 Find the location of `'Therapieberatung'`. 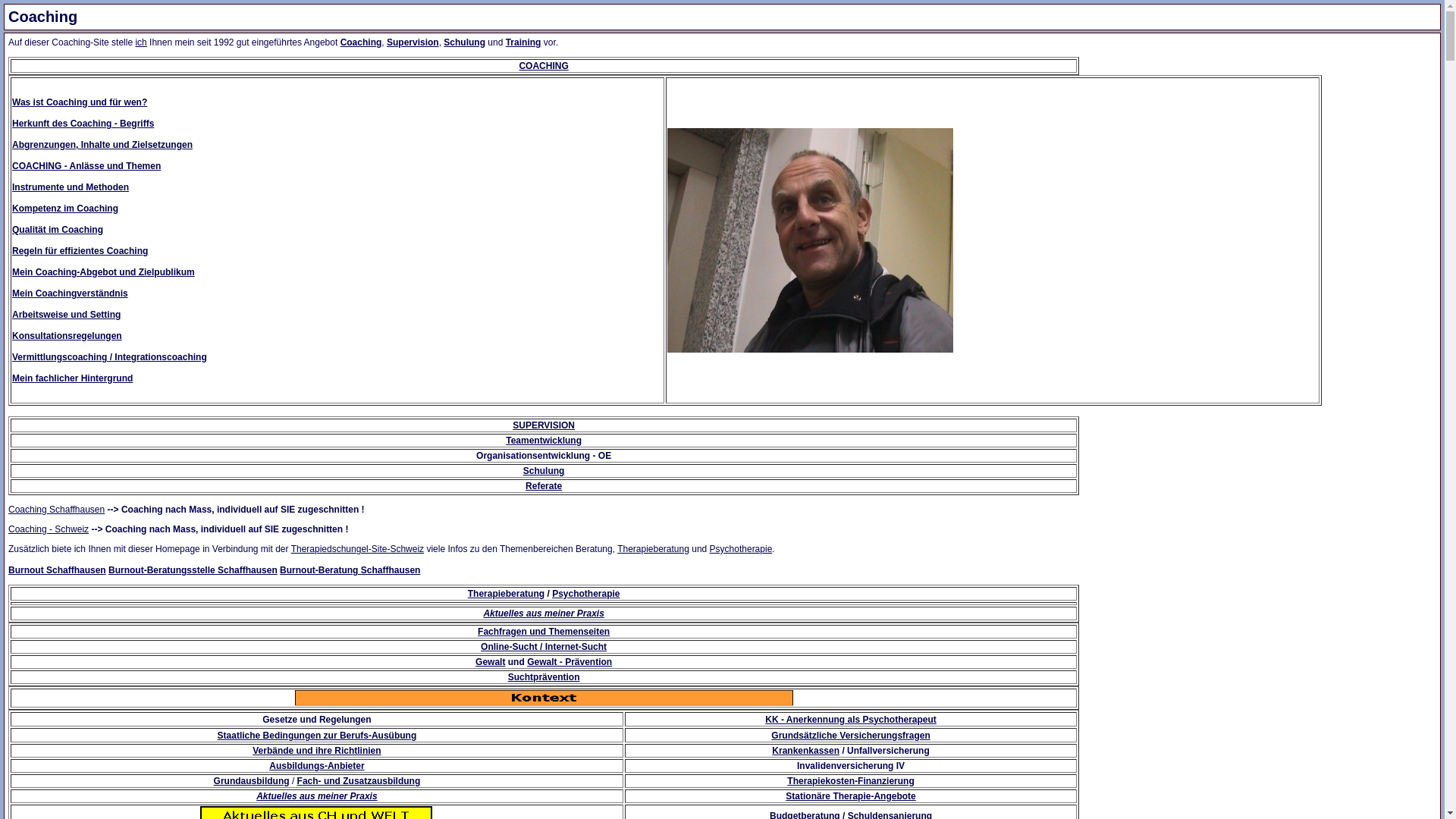

'Therapieberatung' is located at coordinates (653, 549).